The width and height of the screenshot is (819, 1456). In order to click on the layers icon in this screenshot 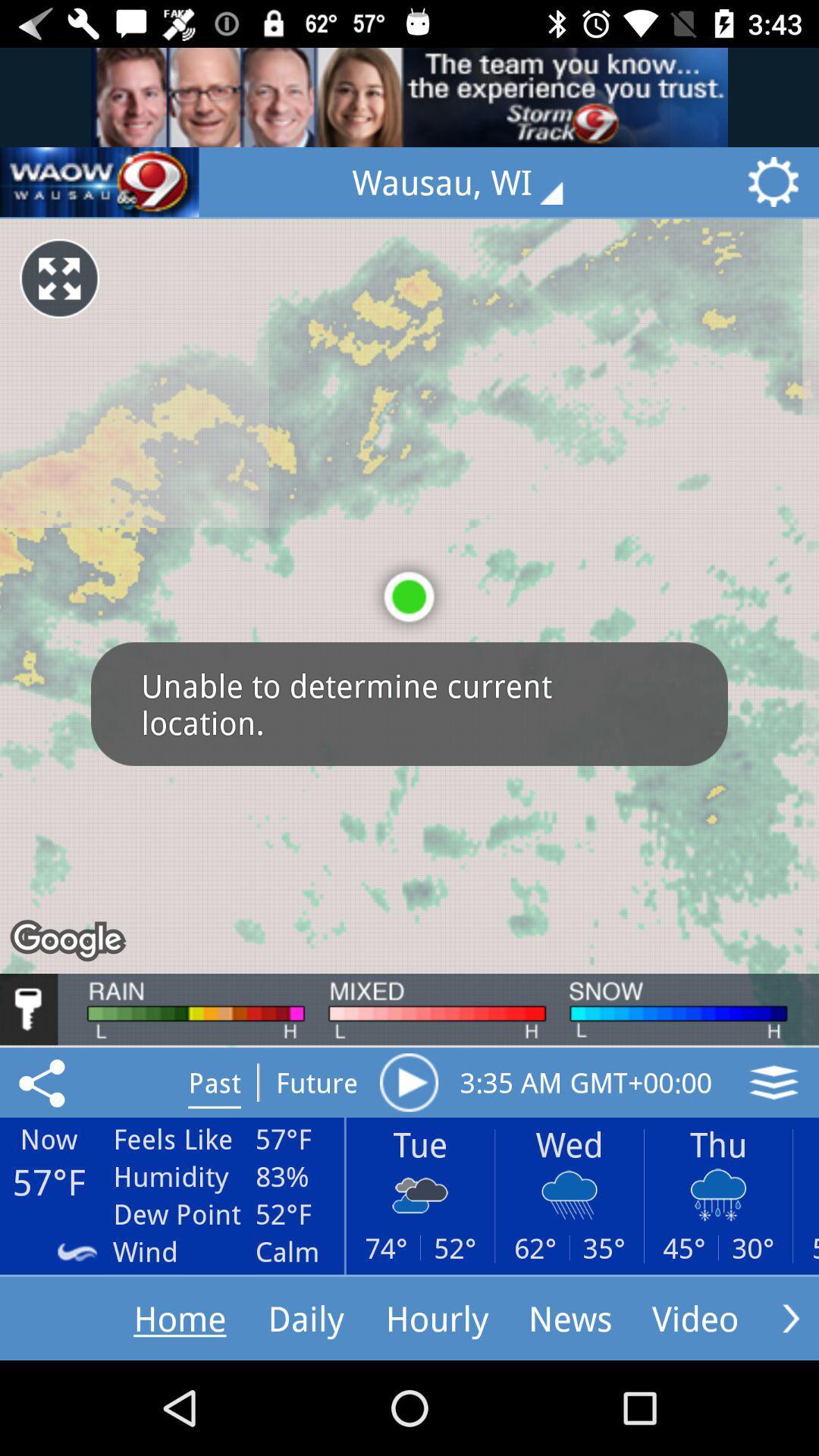, I will do `click(773, 1081)`.